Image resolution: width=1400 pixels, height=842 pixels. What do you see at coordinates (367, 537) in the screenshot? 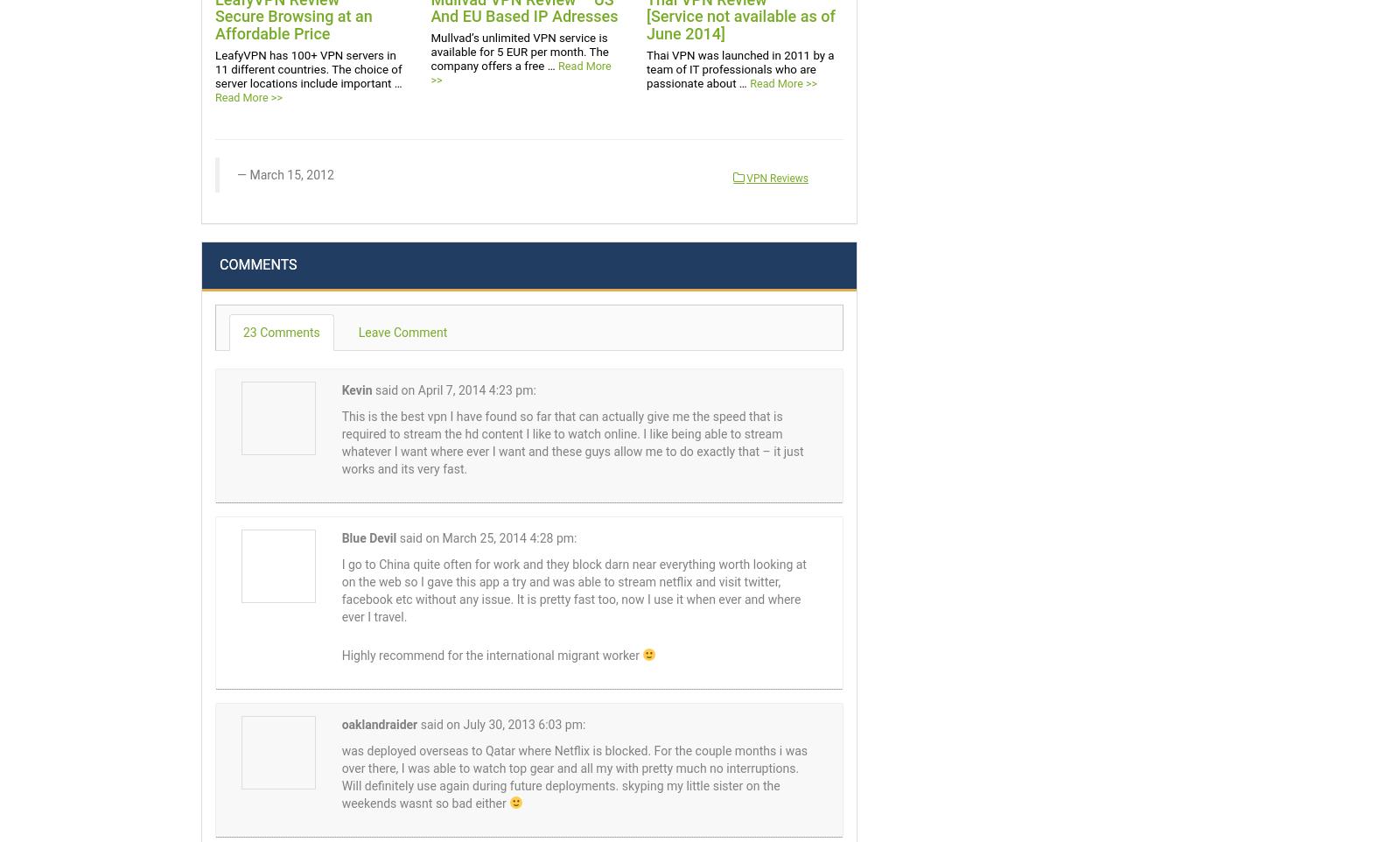
I see `'Blue Devil'` at bounding box center [367, 537].